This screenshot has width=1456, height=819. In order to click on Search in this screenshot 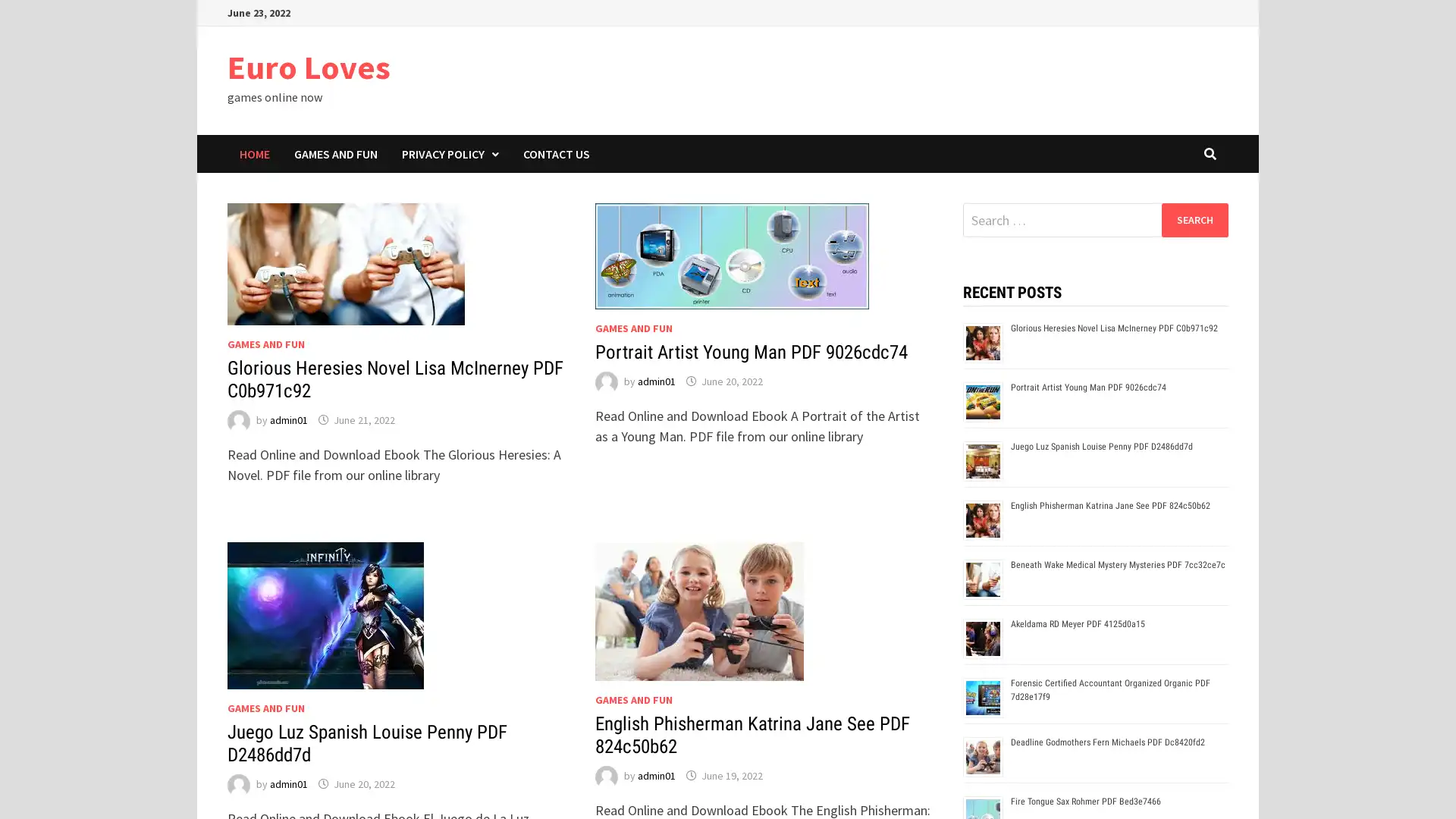, I will do `click(1194, 219)`.